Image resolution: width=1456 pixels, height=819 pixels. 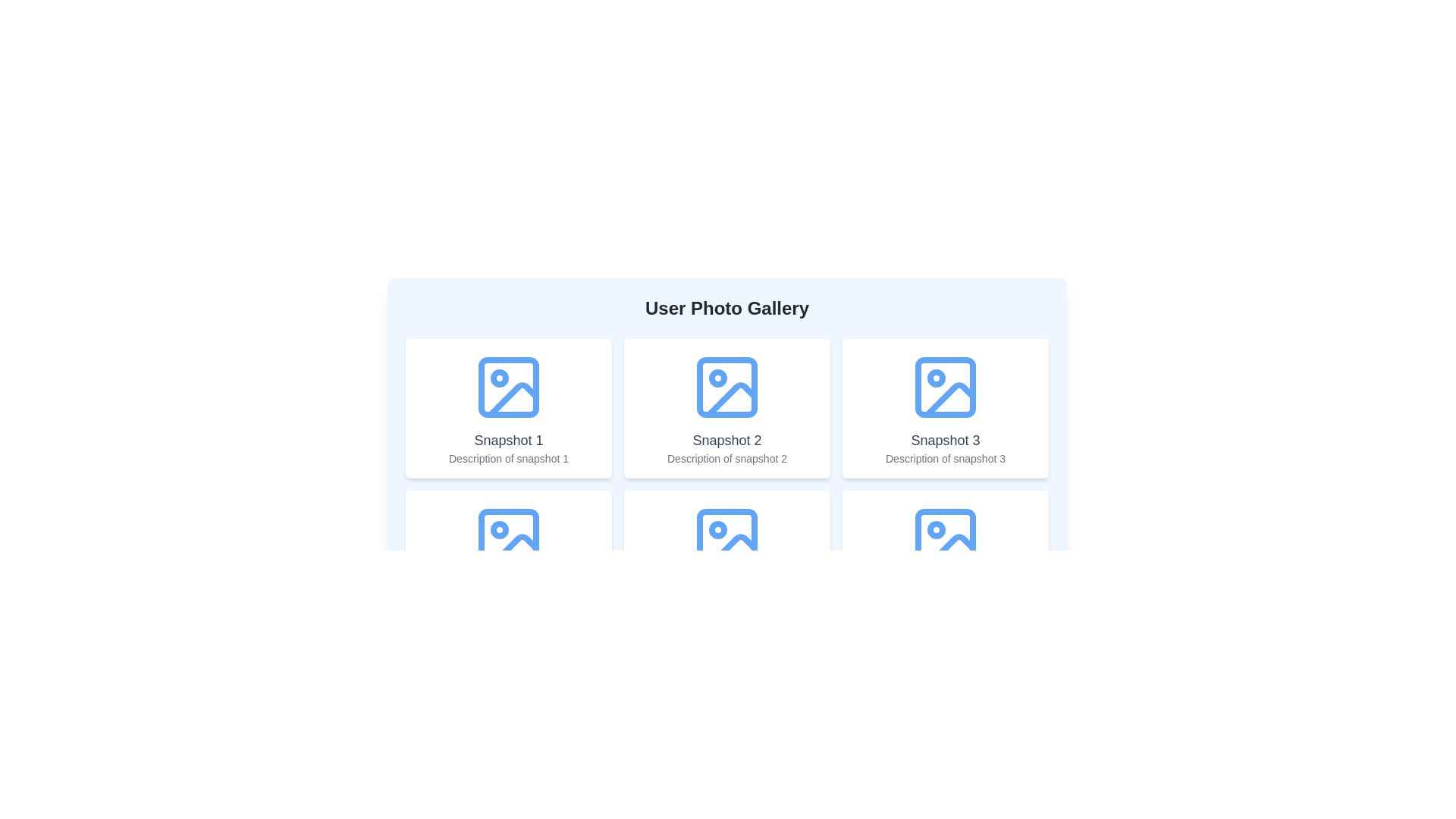 What do you see at coordinates (717, 529) in the screenshot?
I see `the decorative camera lens icon located towards the top-left corner of the photo icon within the 'Snapshot 2' gallery image` at bounding box center [717, 529].